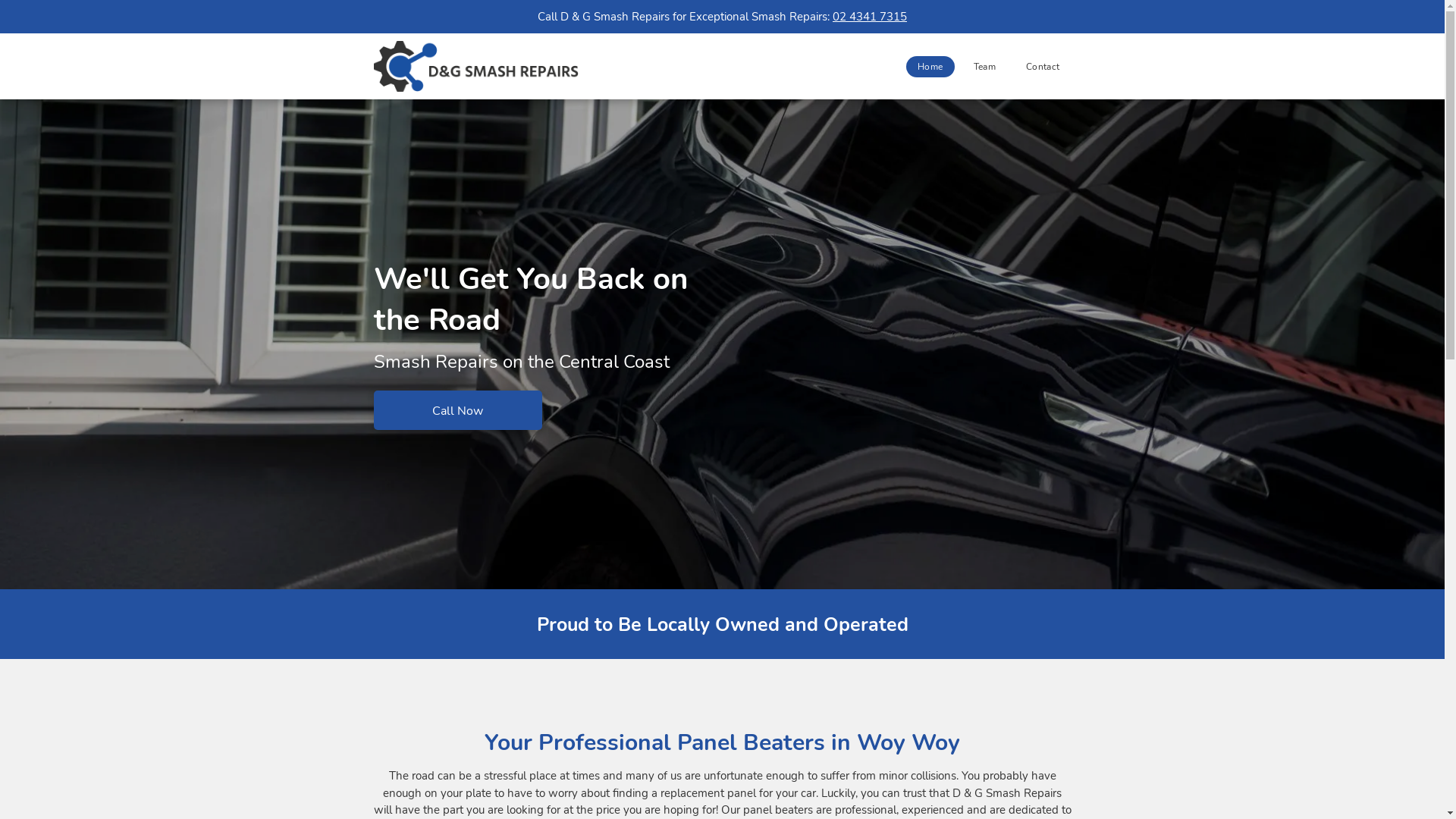 Image resolution: width=1456 pixels, height=819 pixels. I want to click on 'Home', so click(929, 66).